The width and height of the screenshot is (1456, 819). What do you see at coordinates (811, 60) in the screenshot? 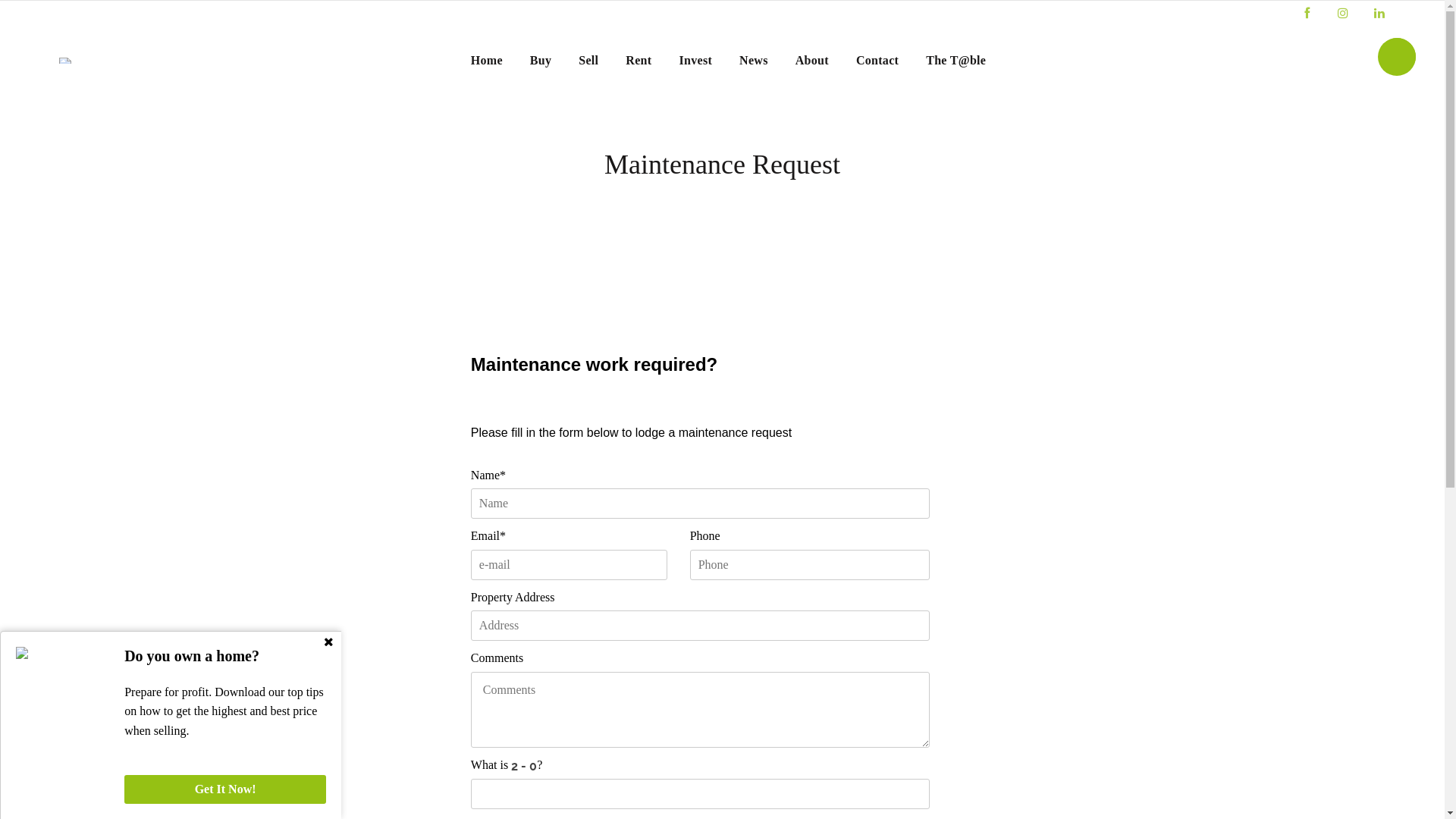
I see `'About'` at bounding box center [811, 60].